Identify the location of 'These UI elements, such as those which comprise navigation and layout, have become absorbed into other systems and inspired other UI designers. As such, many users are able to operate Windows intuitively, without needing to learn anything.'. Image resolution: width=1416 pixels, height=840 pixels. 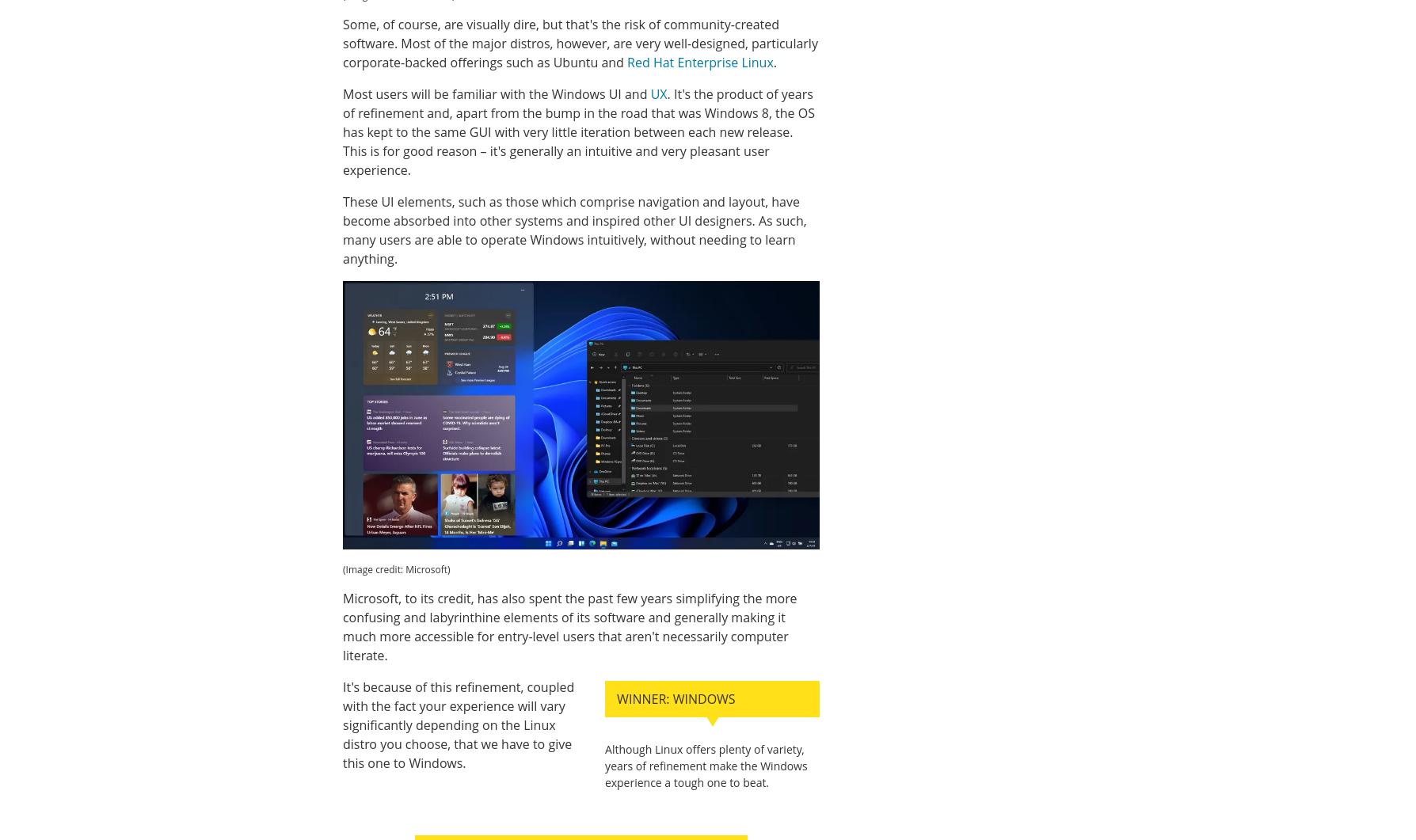
(573, 228).